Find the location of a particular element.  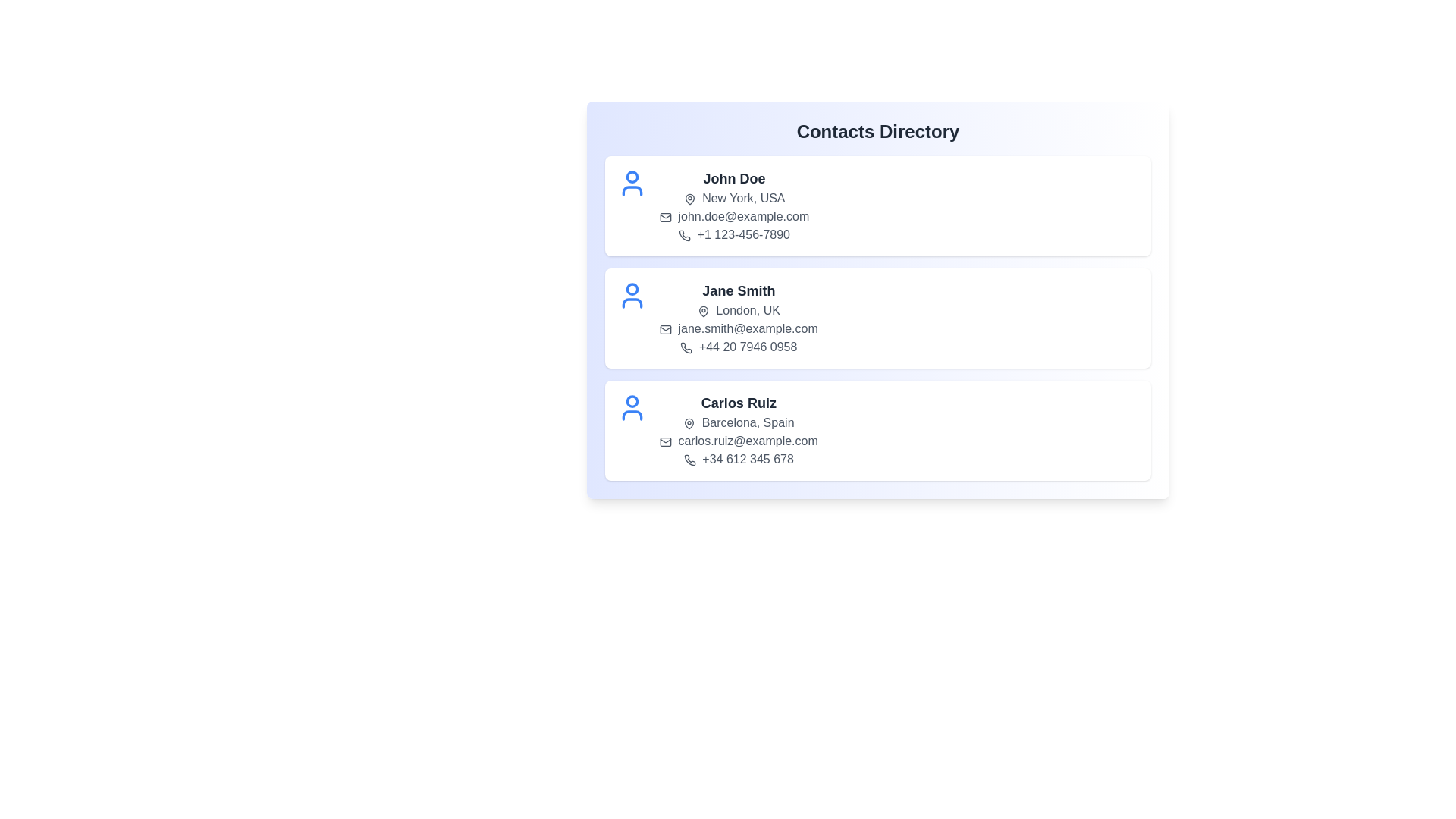

the phone icon for the contact Jane Smith is located at coordinates (686, 347).